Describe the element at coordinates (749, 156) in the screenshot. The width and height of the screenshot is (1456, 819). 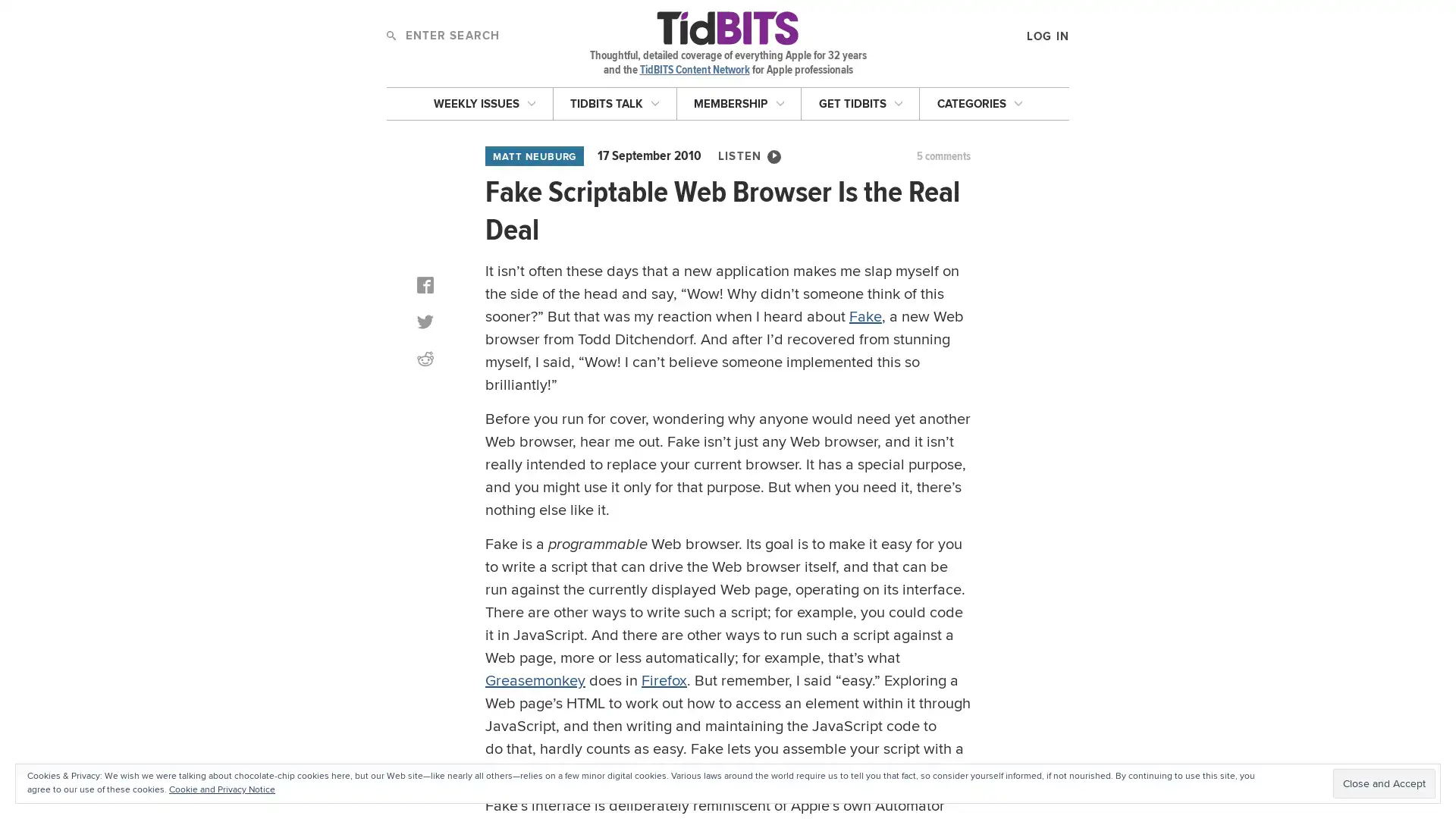
I see `LISTEN` at that location.